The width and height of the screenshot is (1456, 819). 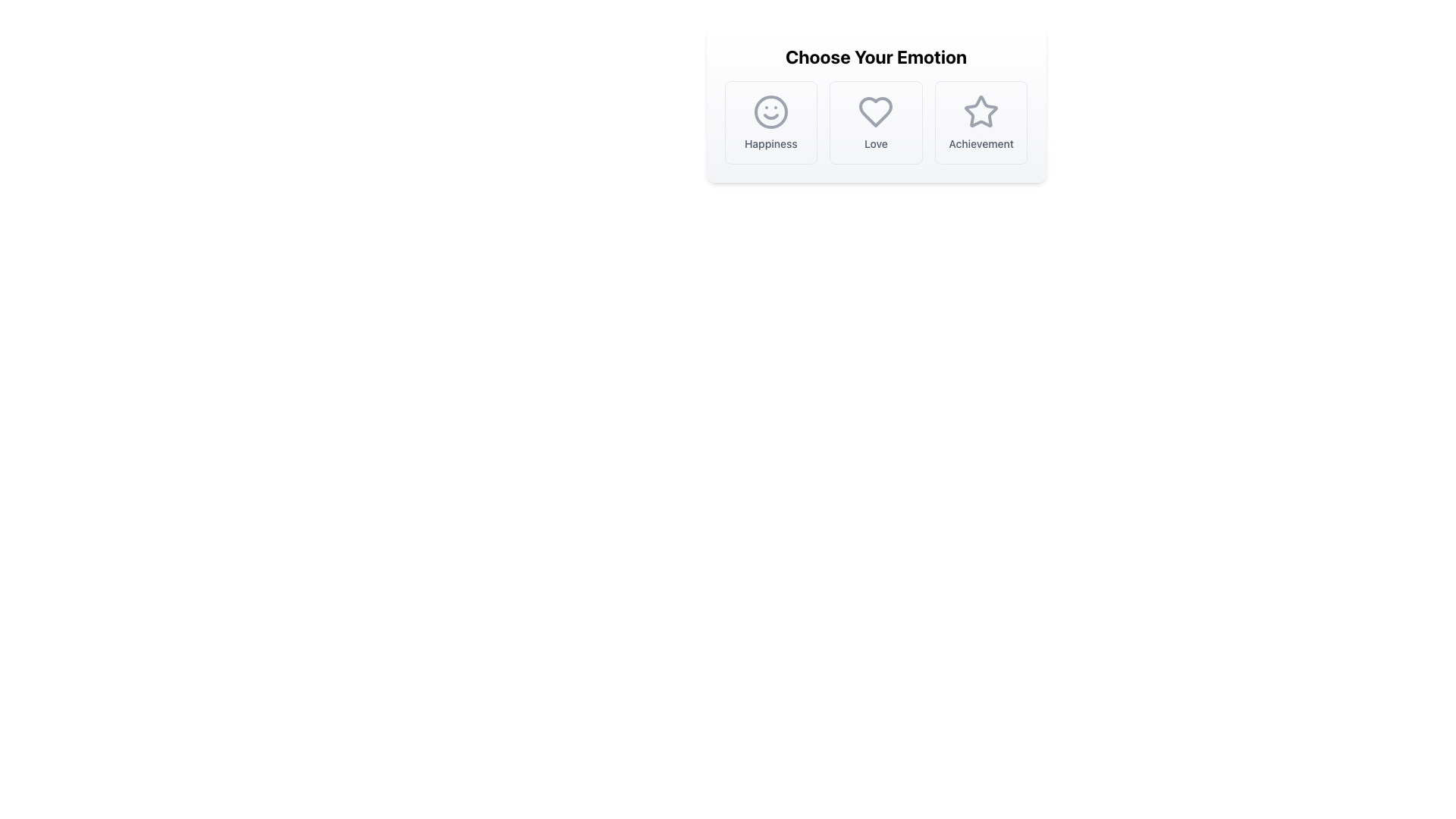 What do you see at coordinates (876, 111) in the screenshot?
I see `the heart-shaped icon outlined in gray, which represents love or affection, located in the 'Love' card within a minimalistic interface` at bounding box center [876, 111].